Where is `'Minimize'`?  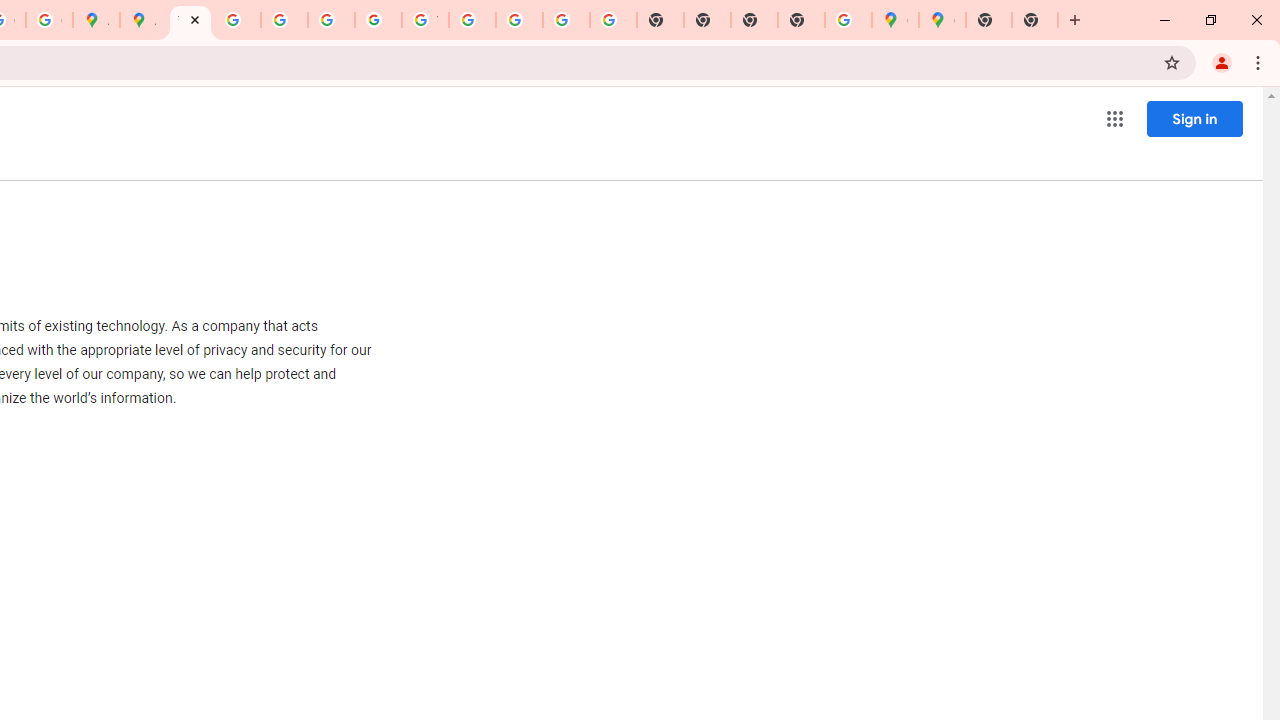 'Minimize' is located at coordinates (1165, 20).